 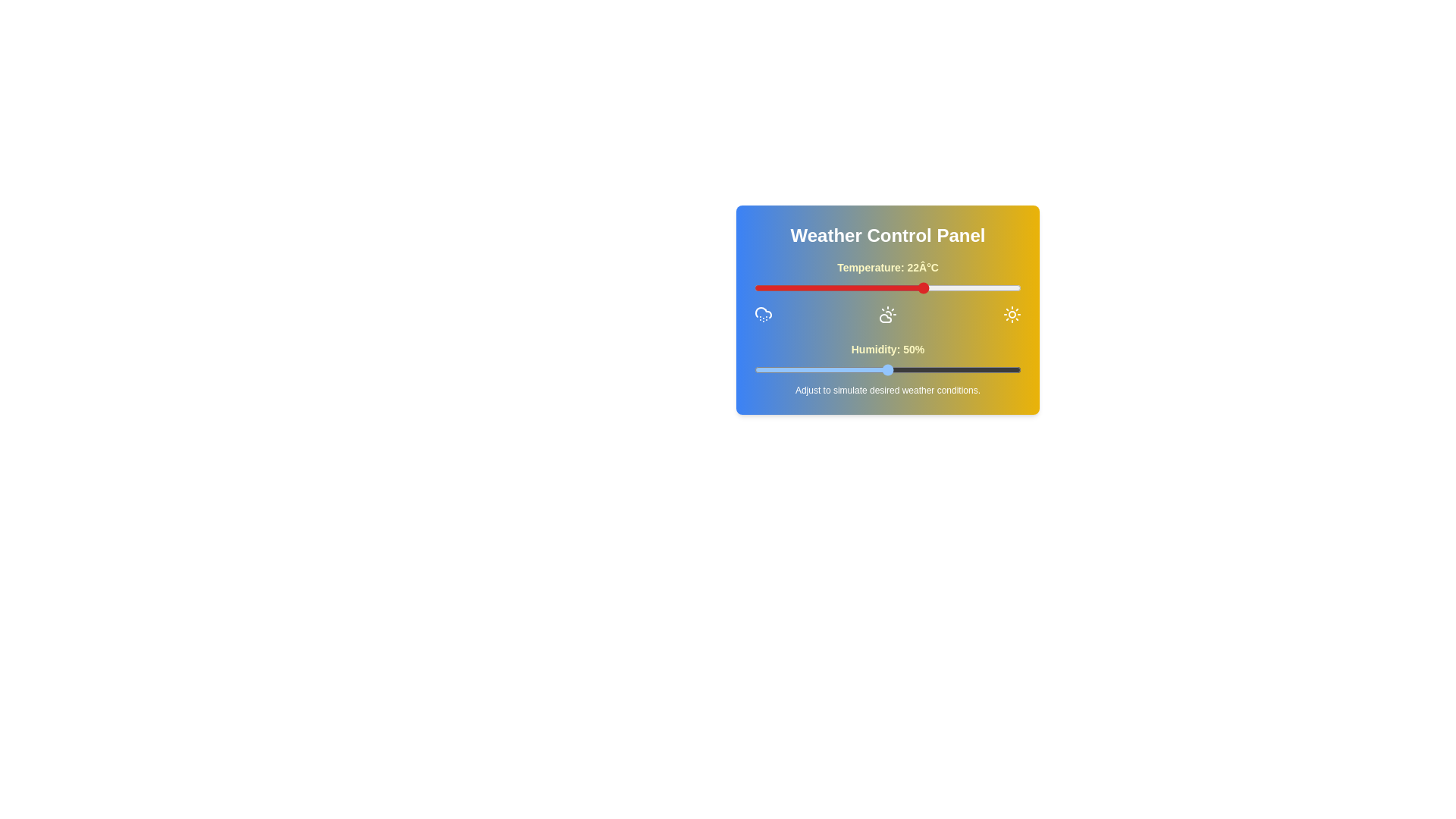 I want to click on the weather icon styled as a cloud with snowflakes, located centrally in the temperature adjustment row against a blue gradient background, so click(x=764, y=314).